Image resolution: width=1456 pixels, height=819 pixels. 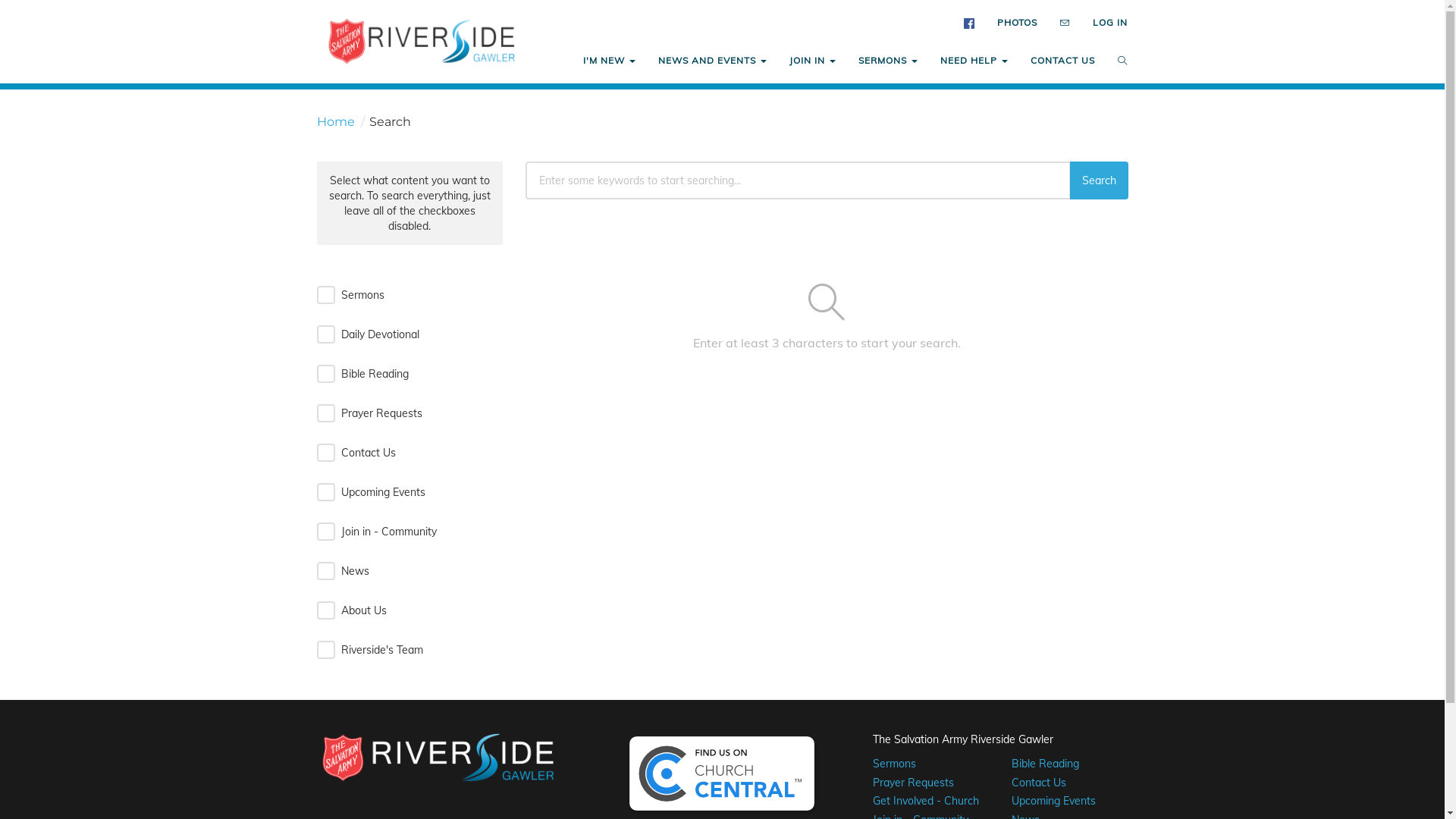 What do you see at coordinates (811, 60) in the screenshot?
I see `'JOIN IN'` at bounding box center [811, 60].